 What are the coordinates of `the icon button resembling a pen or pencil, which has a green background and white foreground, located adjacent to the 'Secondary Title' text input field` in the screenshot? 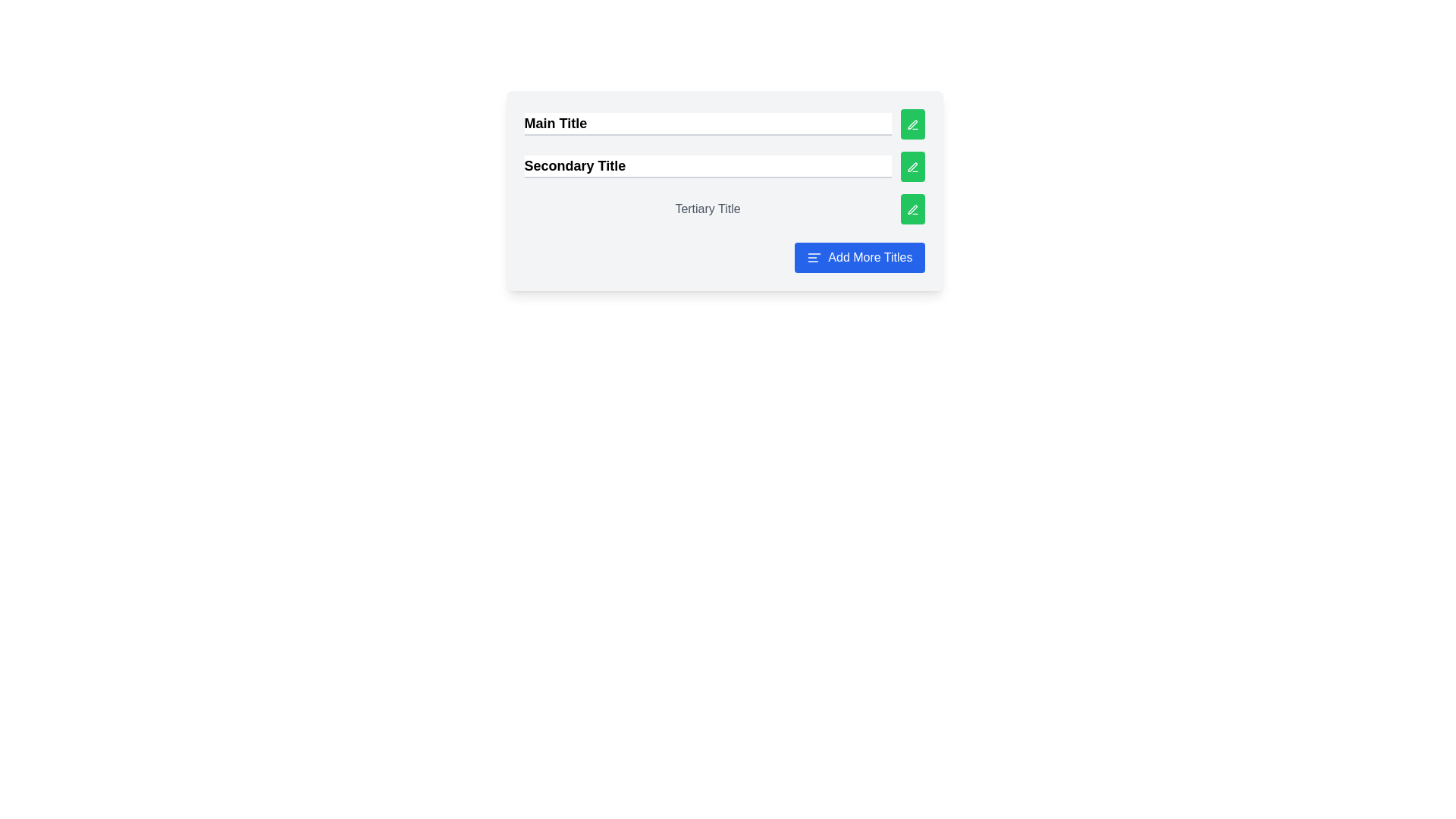 It's located at (912, 167).